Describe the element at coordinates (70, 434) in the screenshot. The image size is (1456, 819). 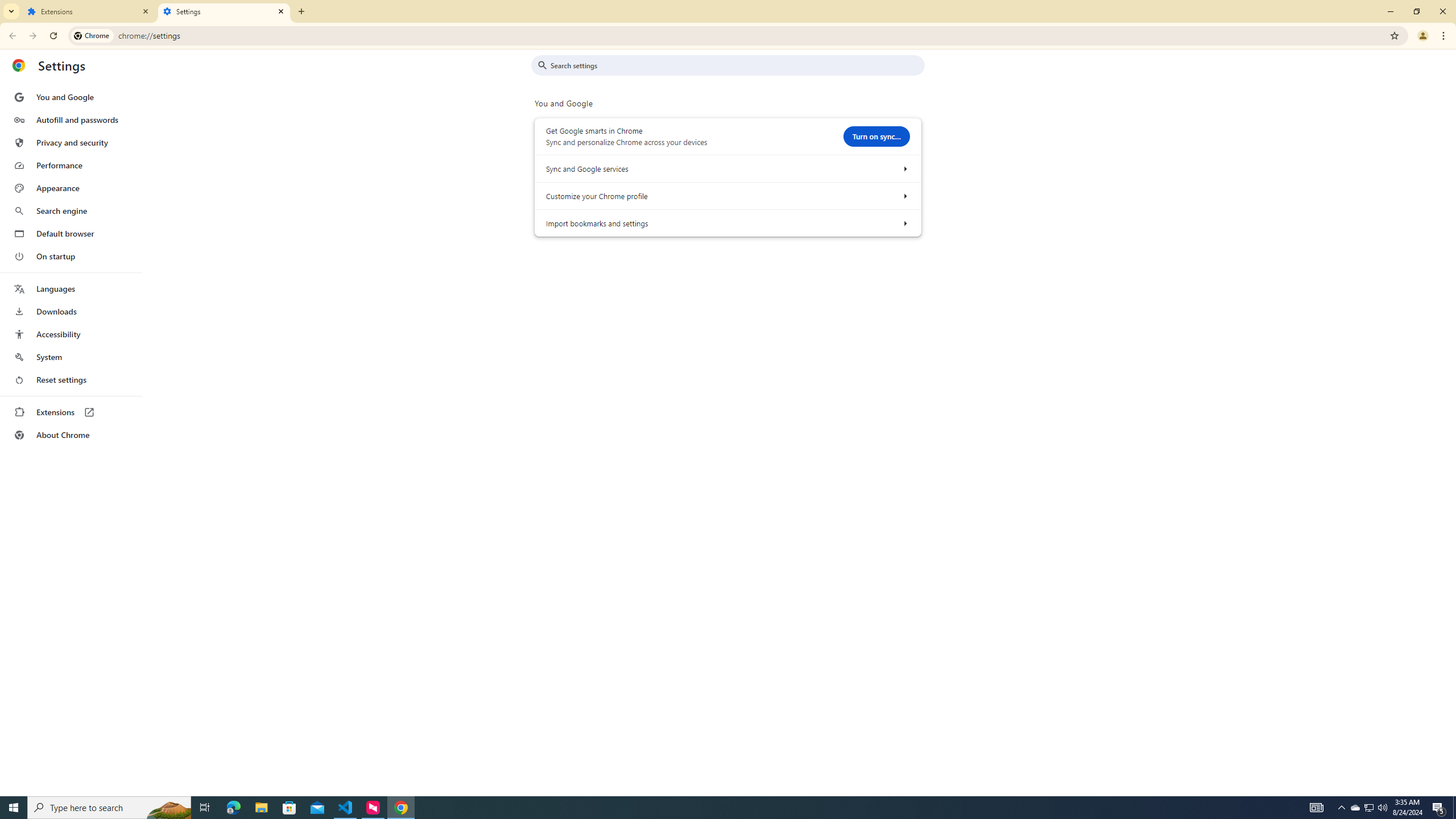
I see `'About Chrome'` at that location.